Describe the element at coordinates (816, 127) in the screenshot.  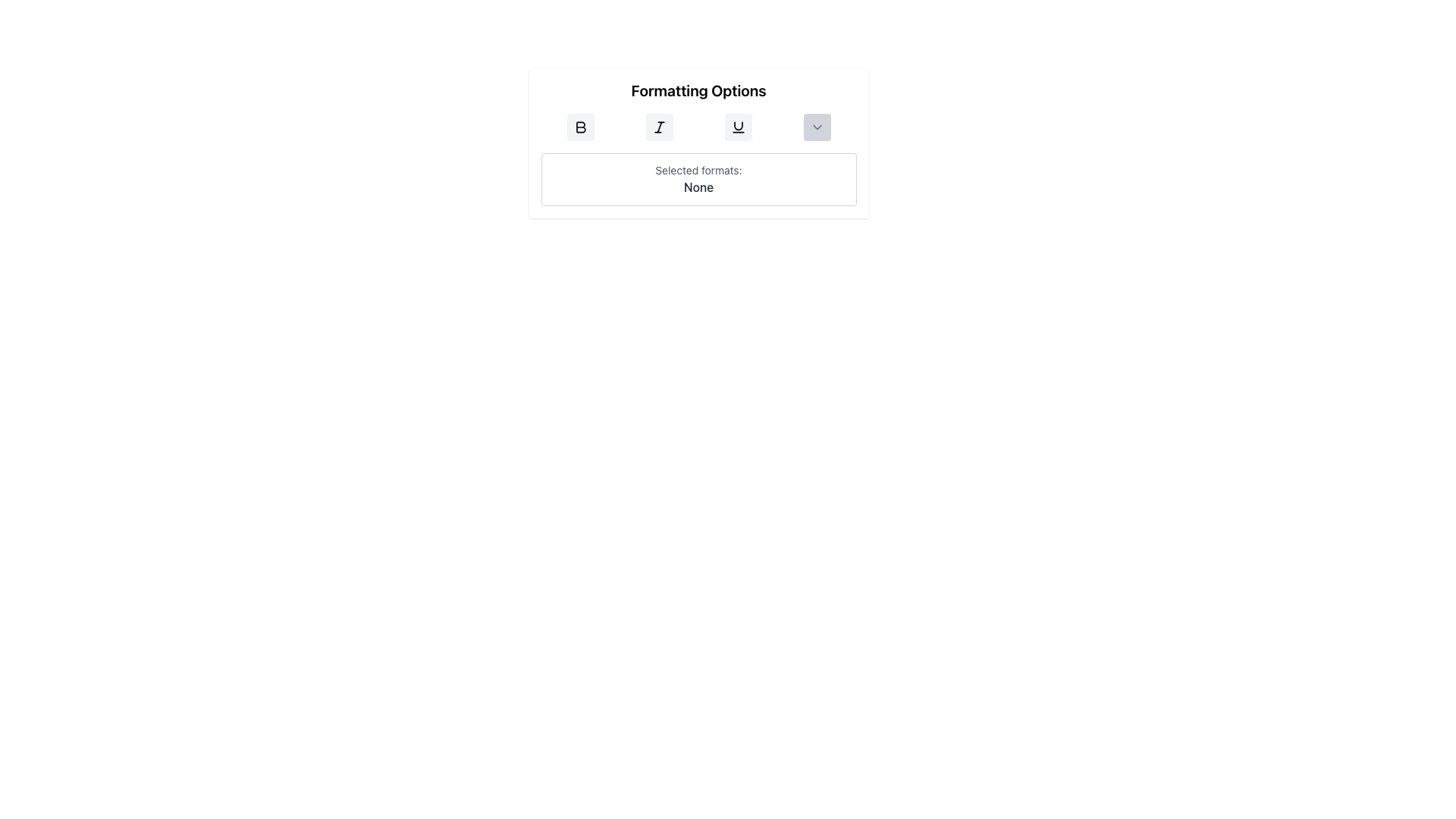
I see `the gray rounded button with a downward-facing chevron icon, which is the last button on the right in the horizontal group of formatting controls, indicating inactive dropdown behavior` at that location.